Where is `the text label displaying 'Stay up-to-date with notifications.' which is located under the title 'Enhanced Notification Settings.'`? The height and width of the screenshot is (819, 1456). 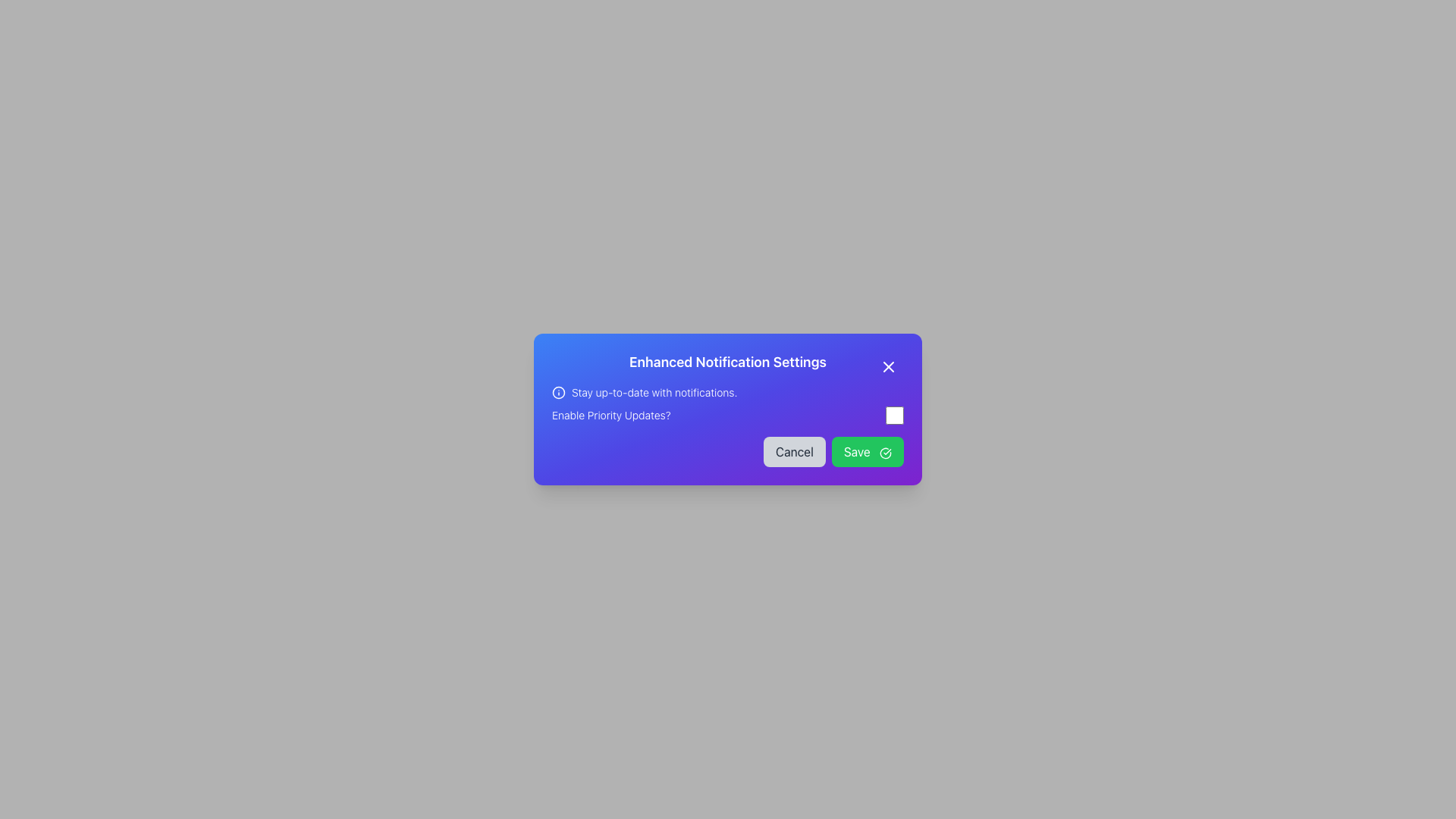 the text label displaying 'Stay up-to-date with notifications.' which is located under the title 'Enhanced Notification Settings.' is located at coordinates (654, 391).